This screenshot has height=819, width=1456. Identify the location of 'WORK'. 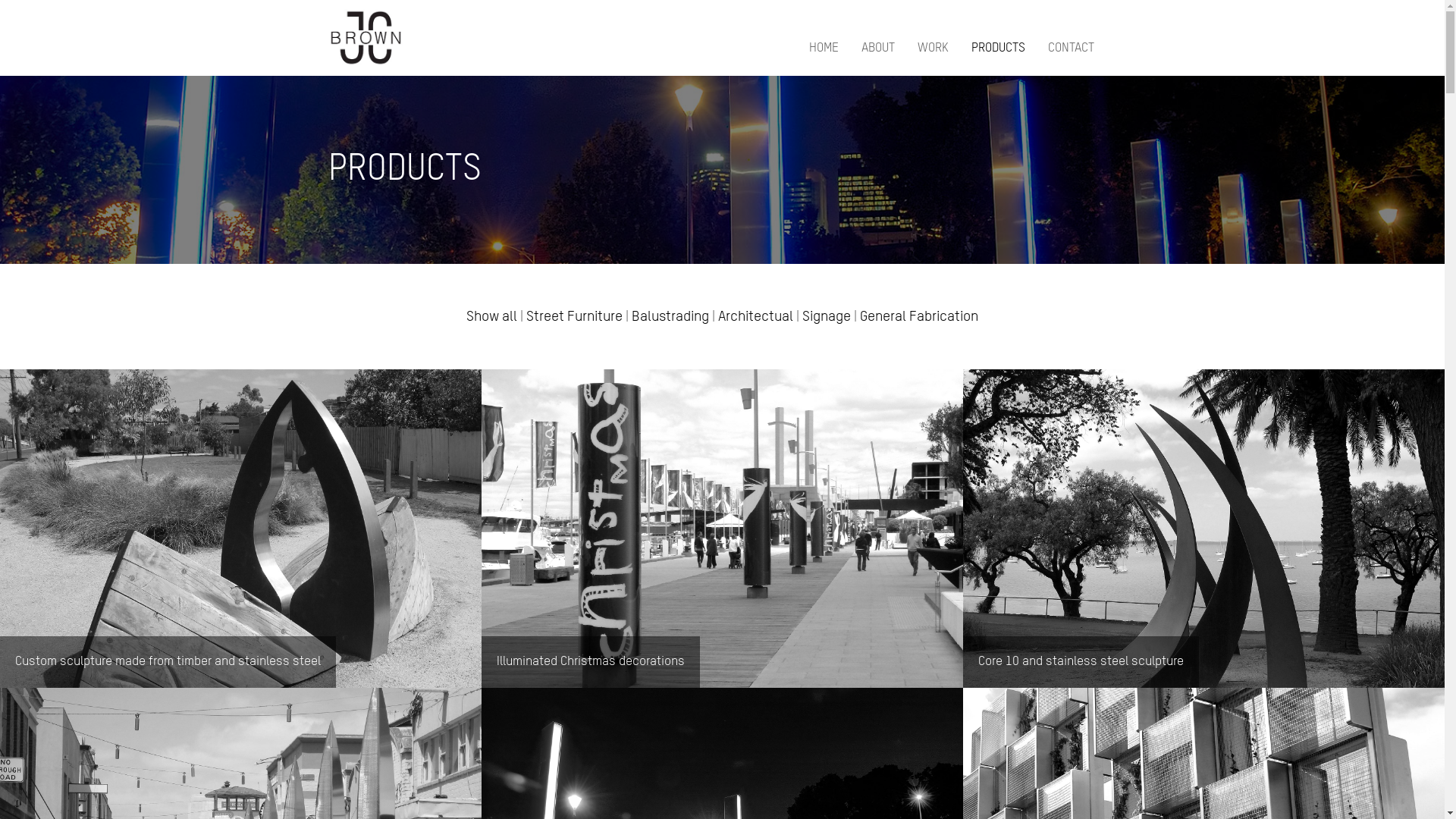
(932, 49).